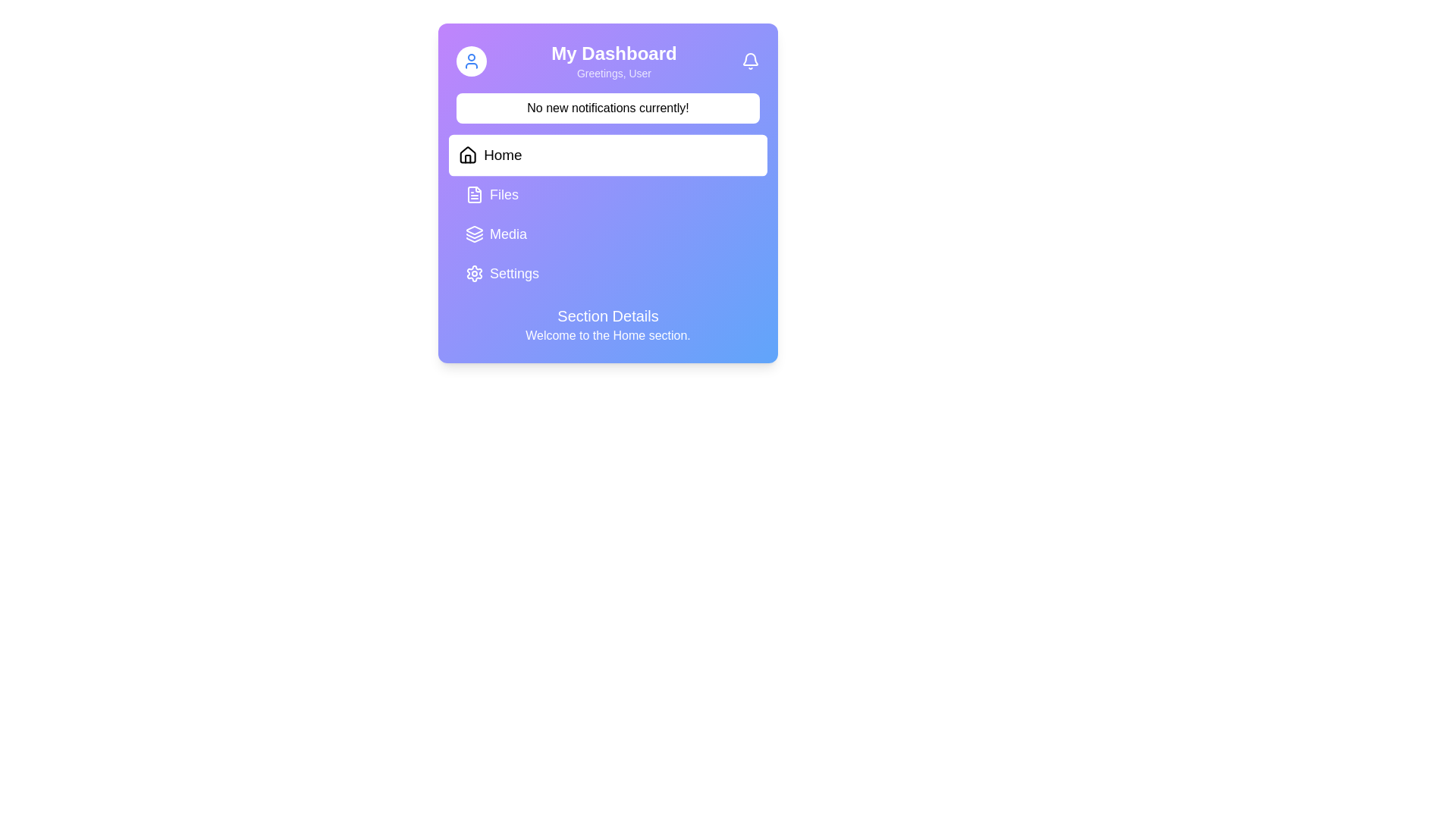 Image resolution: width=1456 pixels, height=819 pixels. I want to click on the 'Files' text label in the vertical menu, which is the second option beneath 'Home', indicating its purpose for file navigation, so click(504, 194).